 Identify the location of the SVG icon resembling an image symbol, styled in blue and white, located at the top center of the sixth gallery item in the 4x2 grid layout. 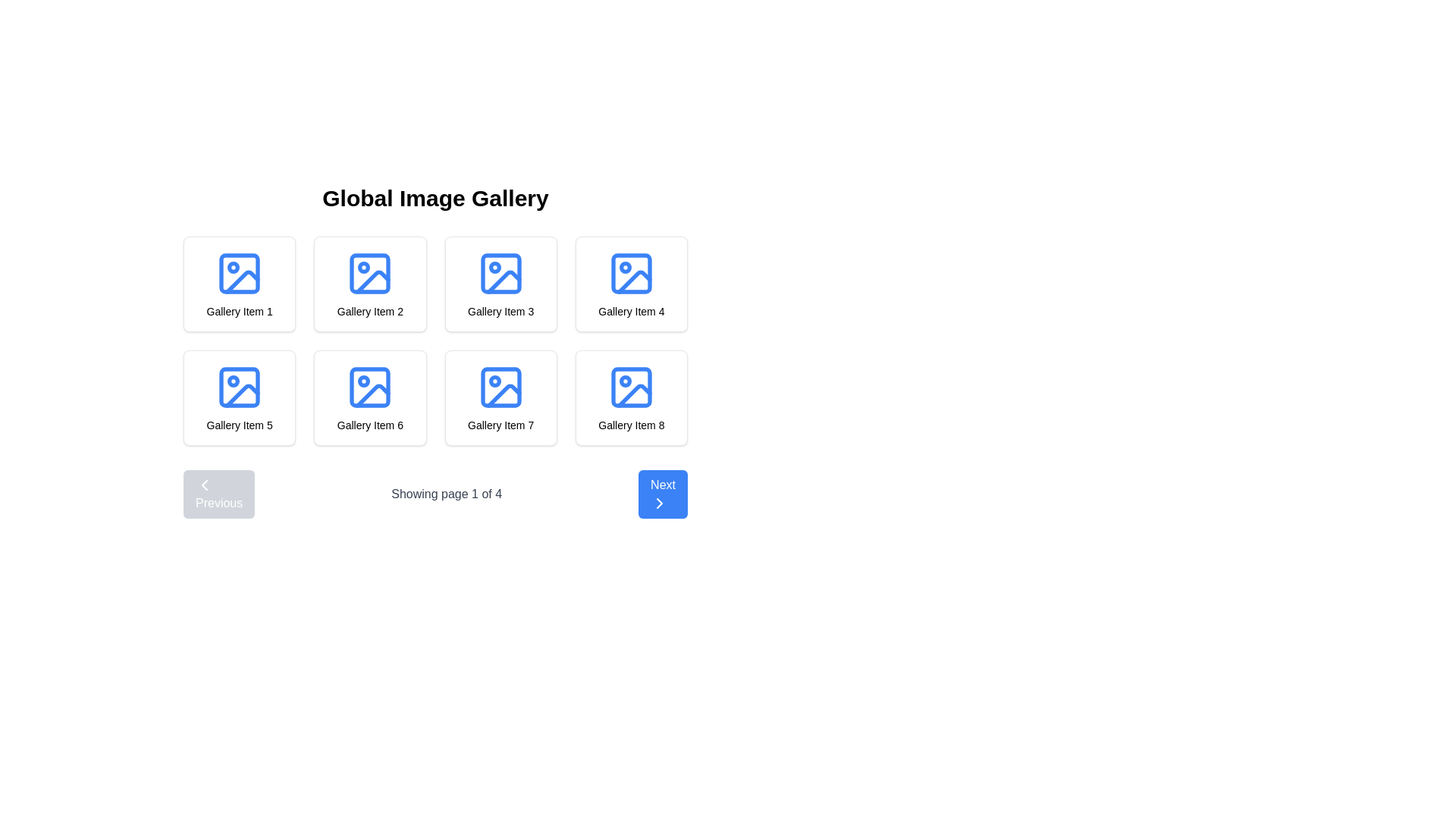
(370, 386).